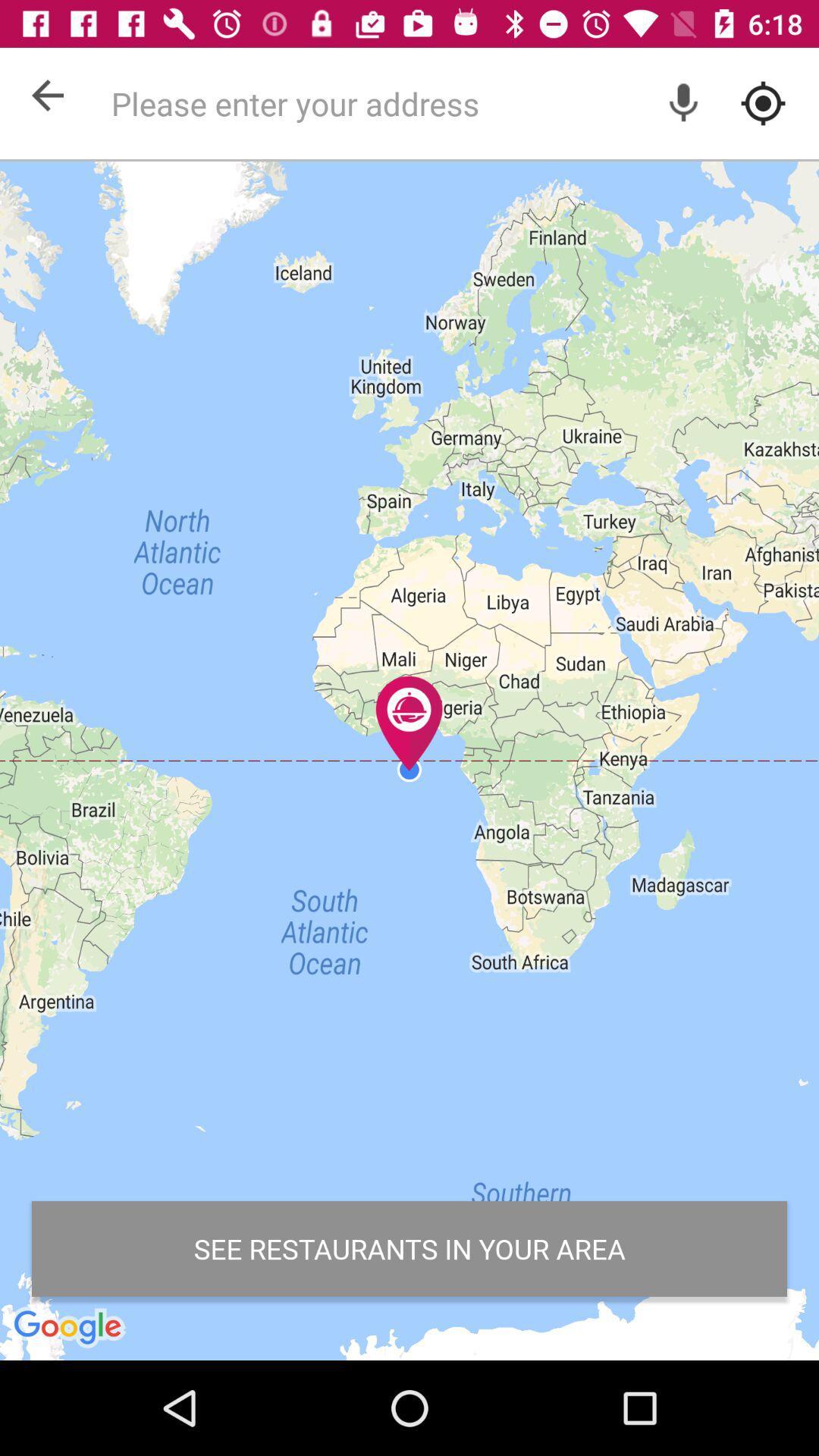 The width and height of the screenshot is (819, 1456). I want to click on go back, so click(46, 94).